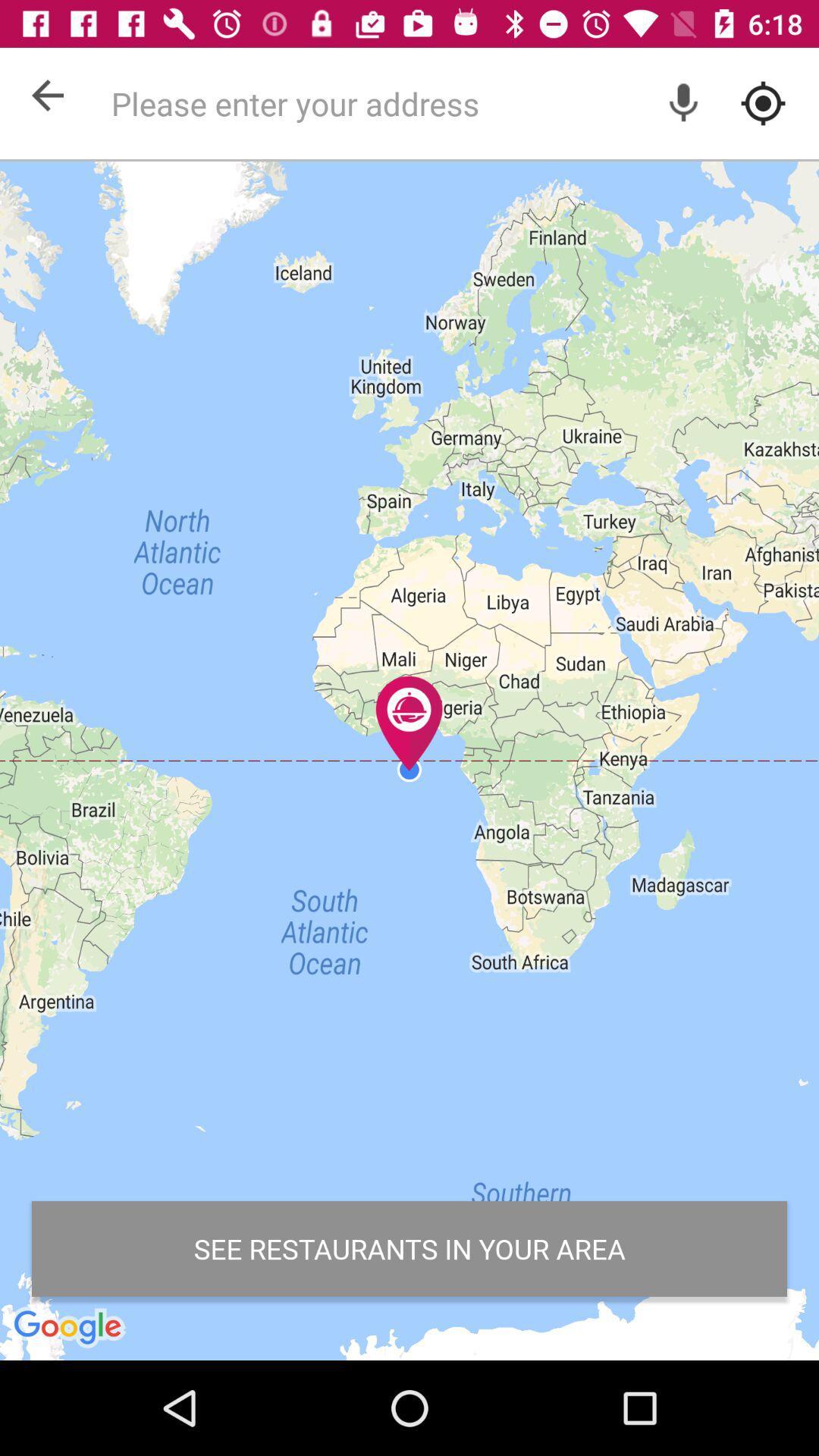 The width and height of the screenshot is (819, 1456). I want to click on go back, so click(46, 94).